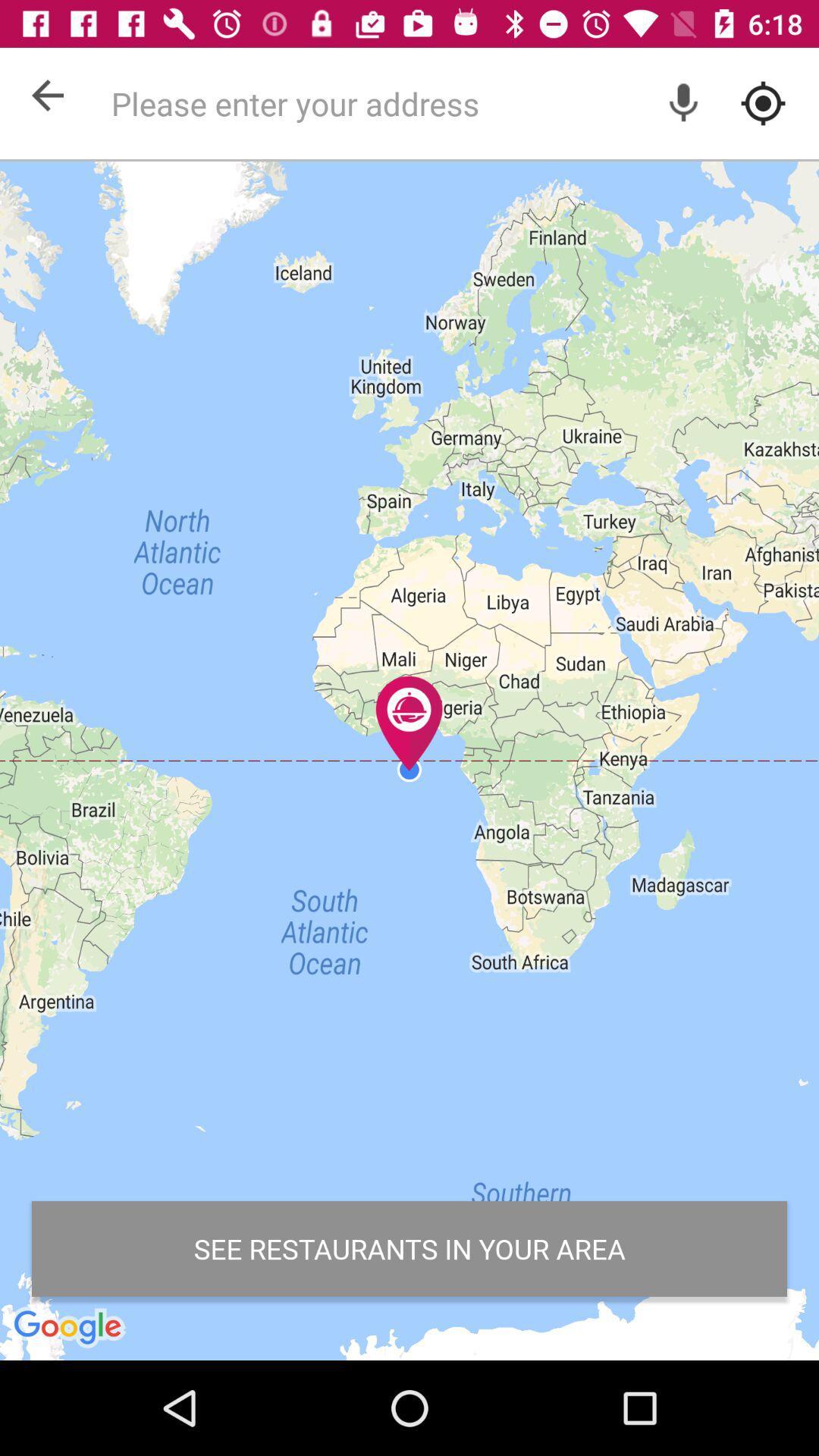 The width and height of the screenshot is (819, 1456). I want to click on go back, so click(46, 94).